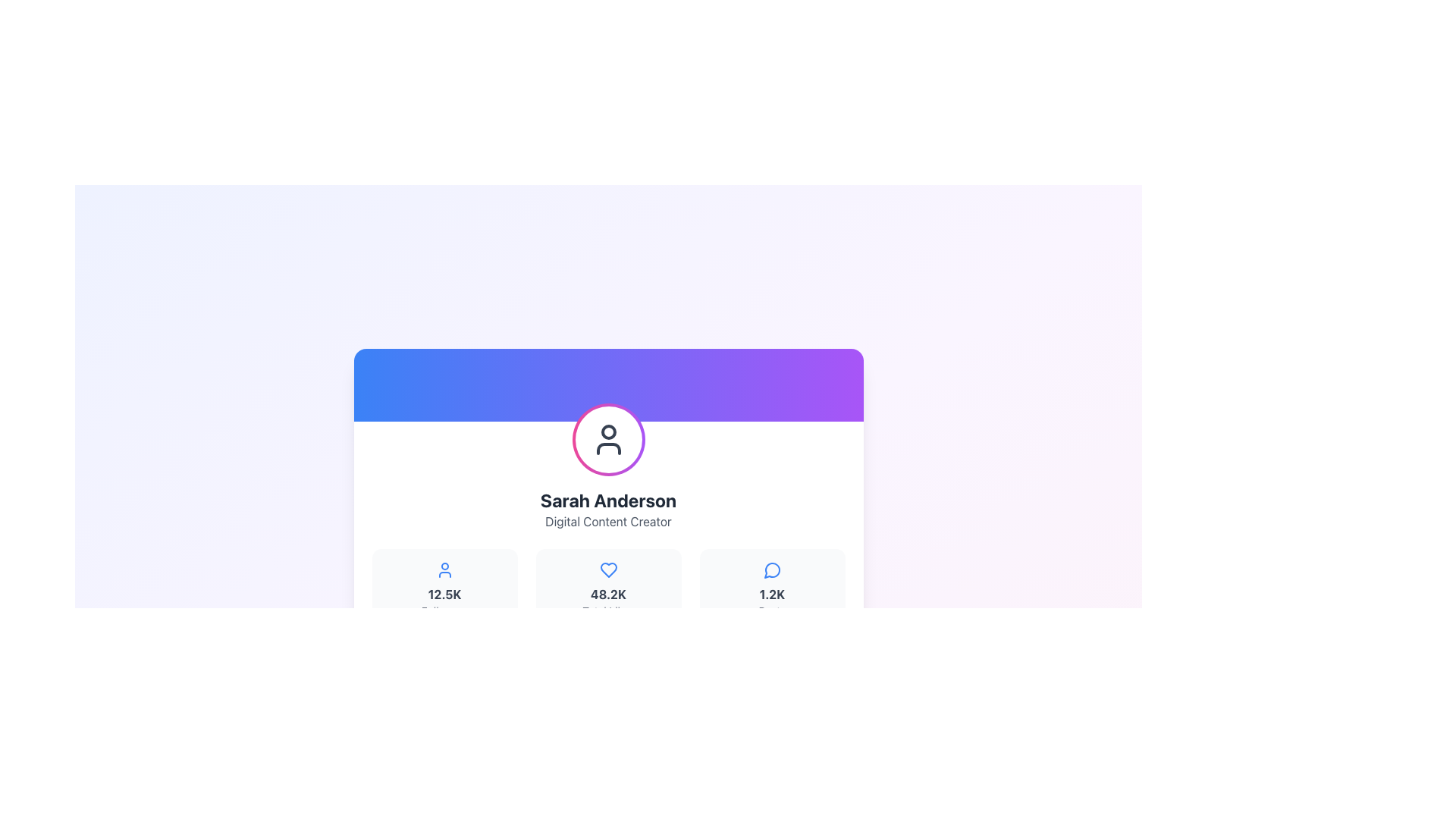  Describe the element at coordinates (771, 570) in the screenshot. I see `the circular speech bubble graphic icon located above the statistic count in the bottom right corner of the profile statistic card` at that location.